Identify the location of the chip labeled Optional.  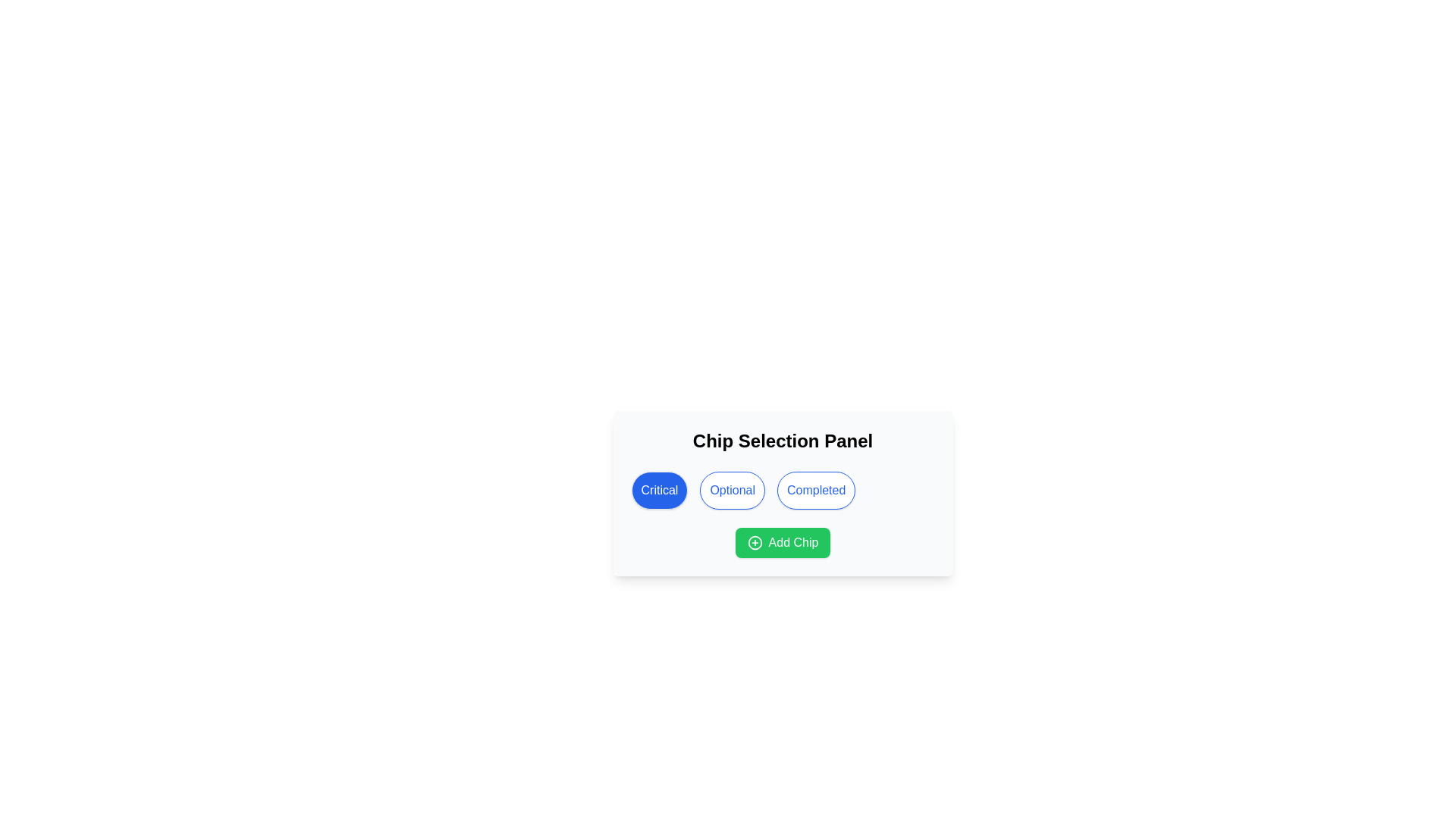
(733, 491).